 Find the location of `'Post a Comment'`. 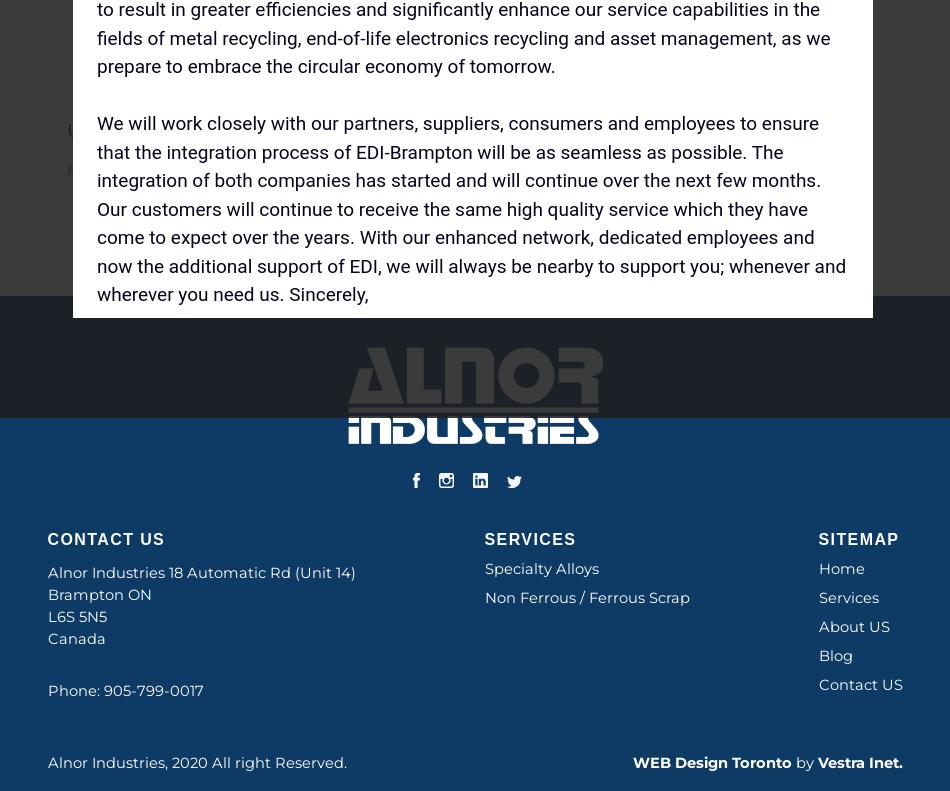

'Post a Comment' is located at coordinates (473, 219).